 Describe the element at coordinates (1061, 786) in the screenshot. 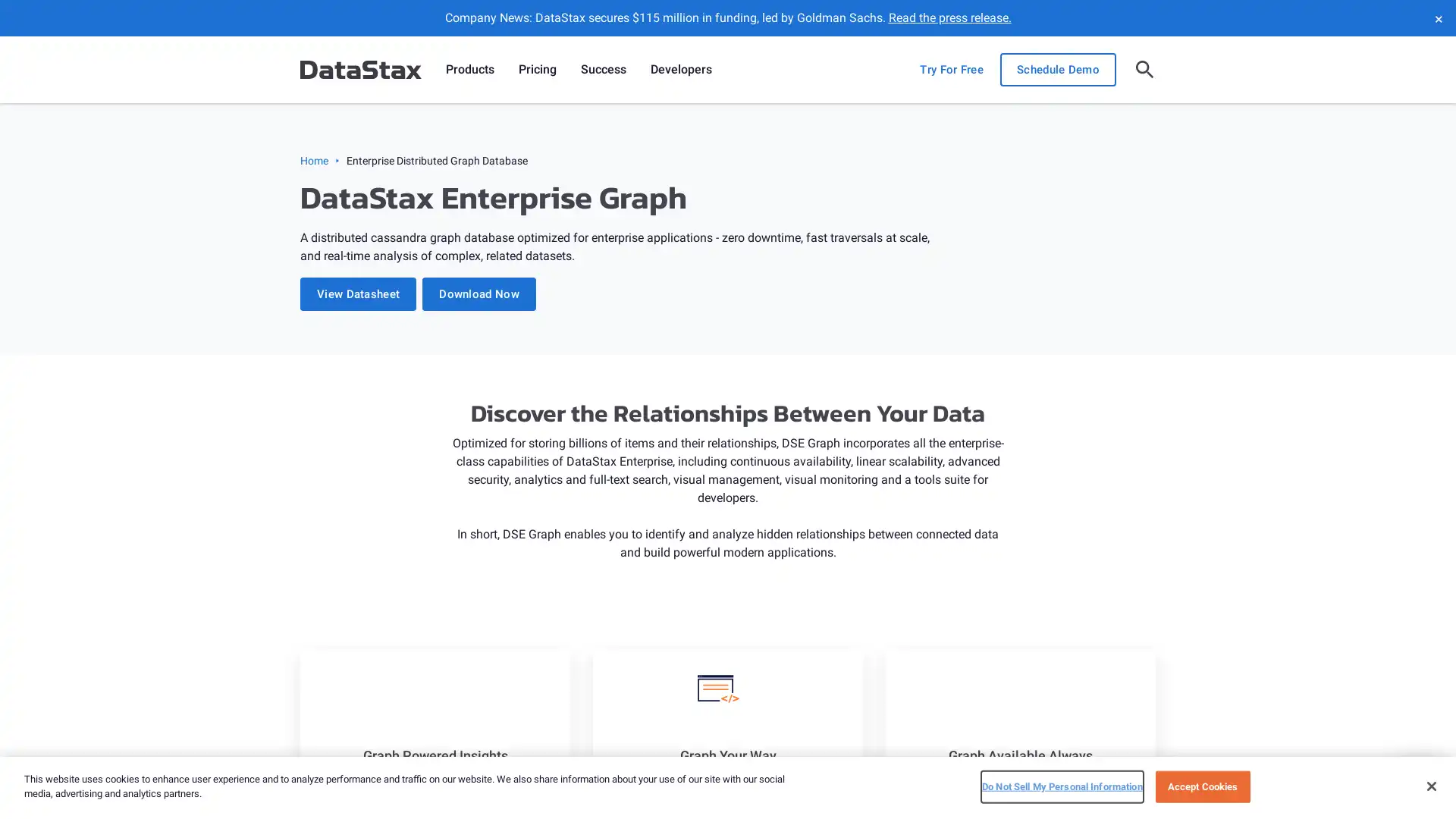

I see `Do Not Sell My Personal Information` at that location.